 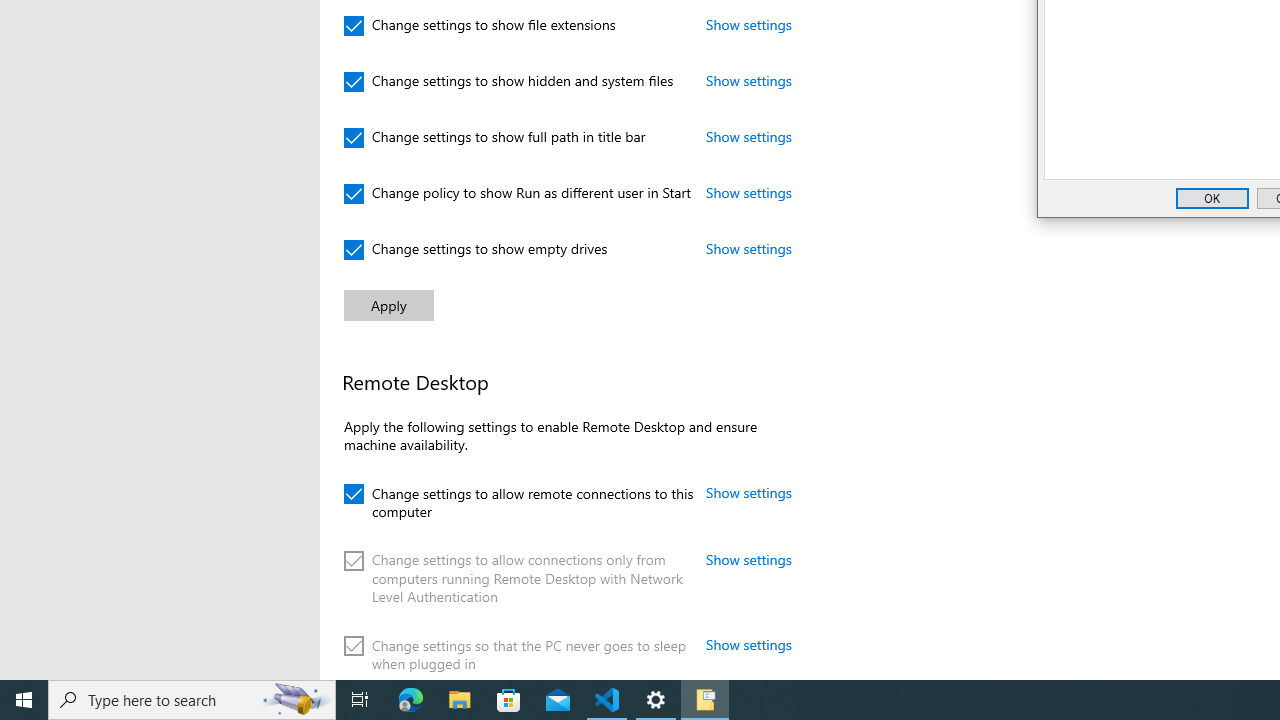 I want to click on 'Microsoft Edge', so click(x=410, y=698).